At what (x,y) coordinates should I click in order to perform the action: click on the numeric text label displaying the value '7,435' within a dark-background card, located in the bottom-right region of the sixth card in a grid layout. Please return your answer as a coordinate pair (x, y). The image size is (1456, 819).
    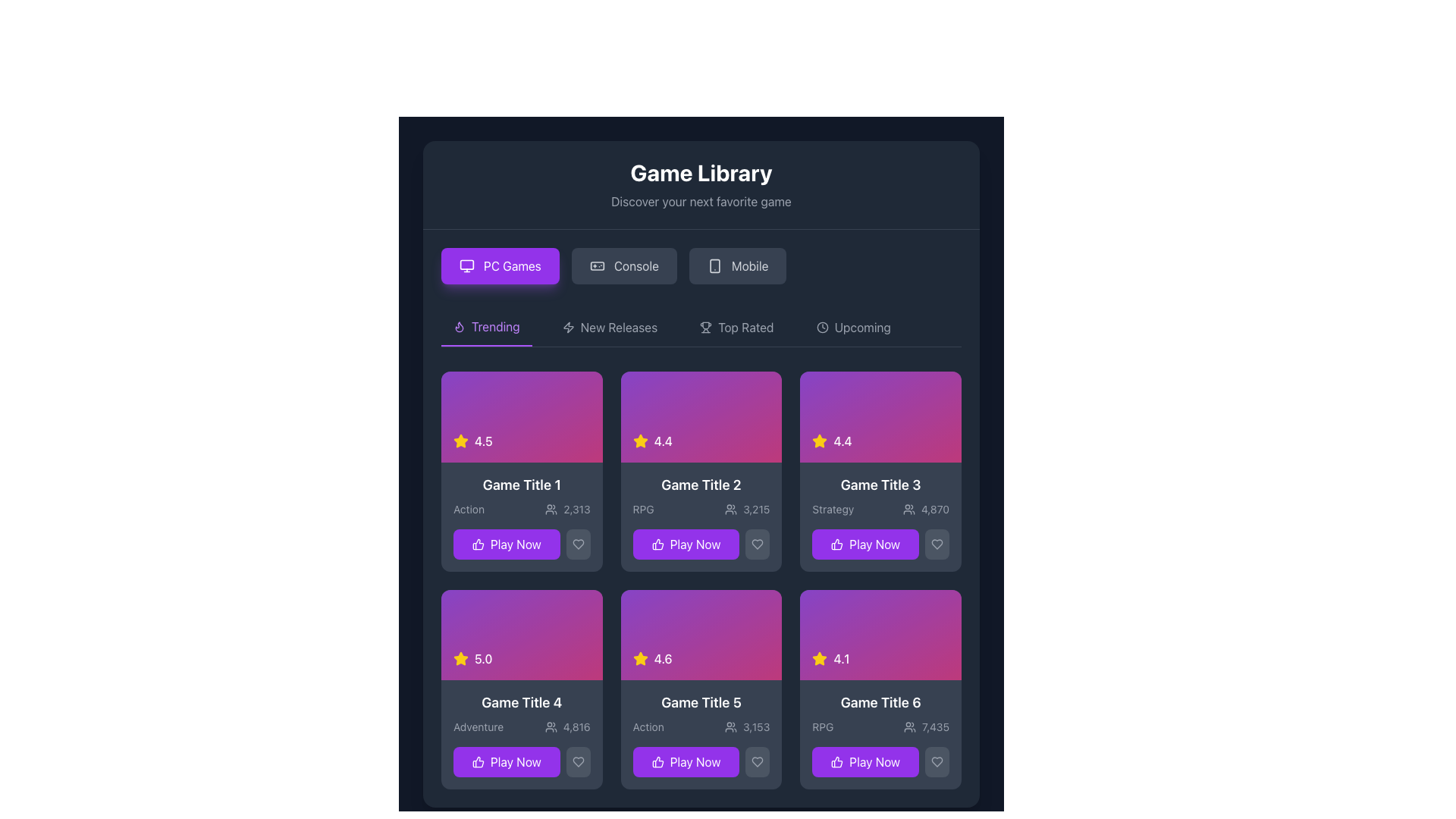
    Looking at the image, I should click on (934, 726).